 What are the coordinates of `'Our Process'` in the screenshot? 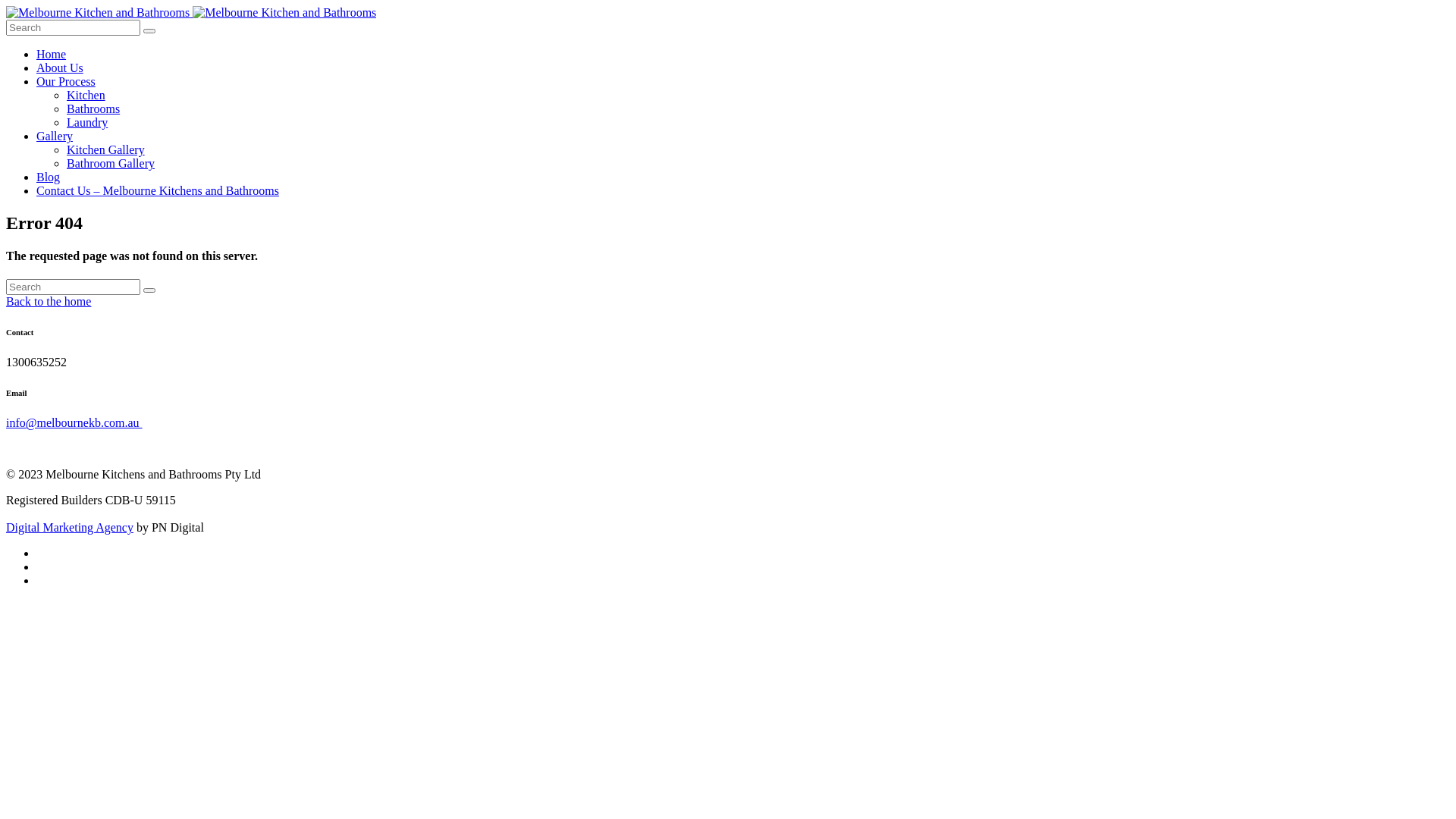 It's located at (64, 81).